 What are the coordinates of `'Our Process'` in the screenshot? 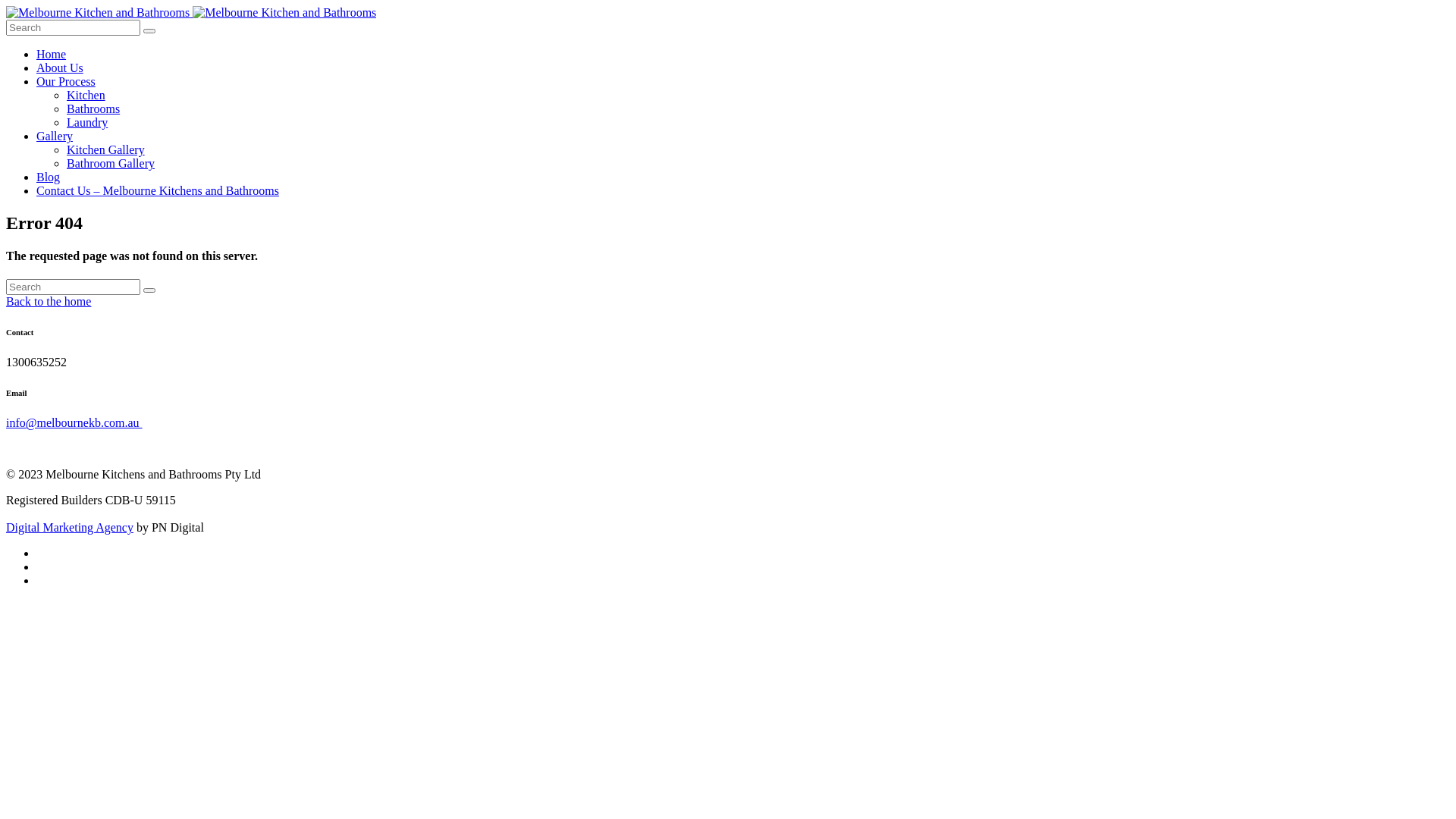 It's located at (64, 81).